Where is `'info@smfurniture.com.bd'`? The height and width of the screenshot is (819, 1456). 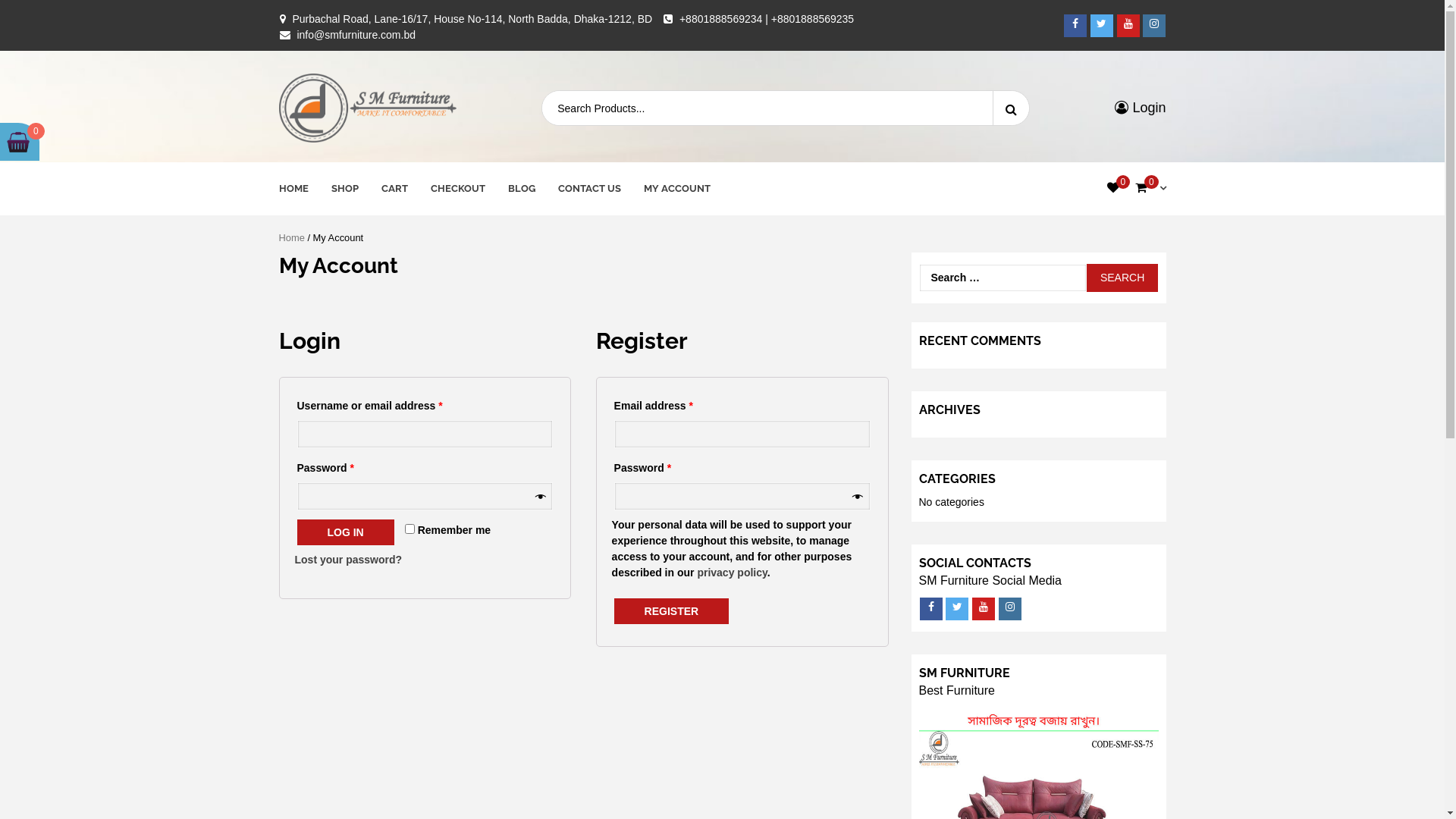 'info@smfurniture.com.bd' is located at coordinates (296, 34).